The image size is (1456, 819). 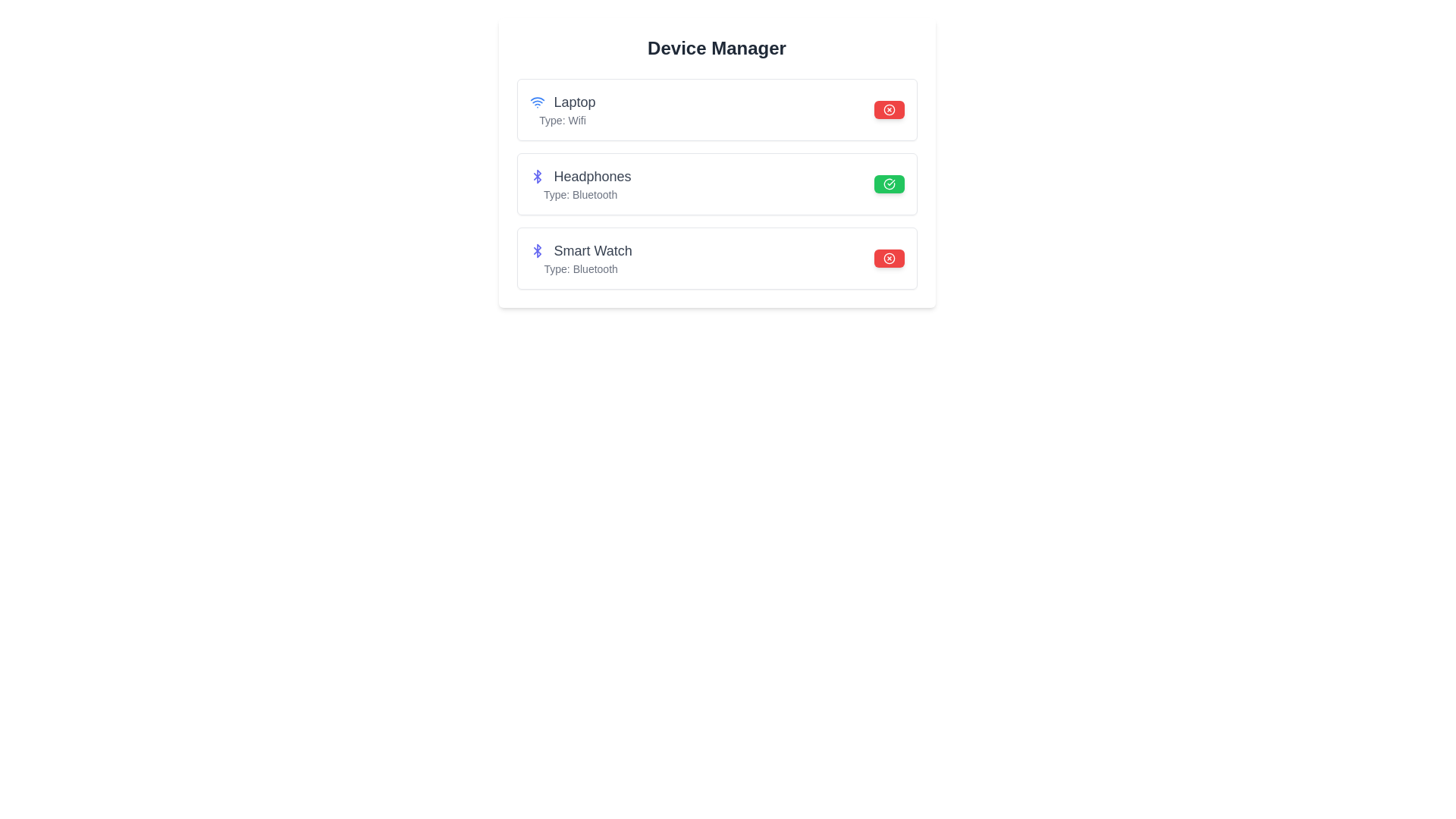 I want to click on the circular Iconic button with a red fill and a white cross symbol, so click(x=889, y=109).